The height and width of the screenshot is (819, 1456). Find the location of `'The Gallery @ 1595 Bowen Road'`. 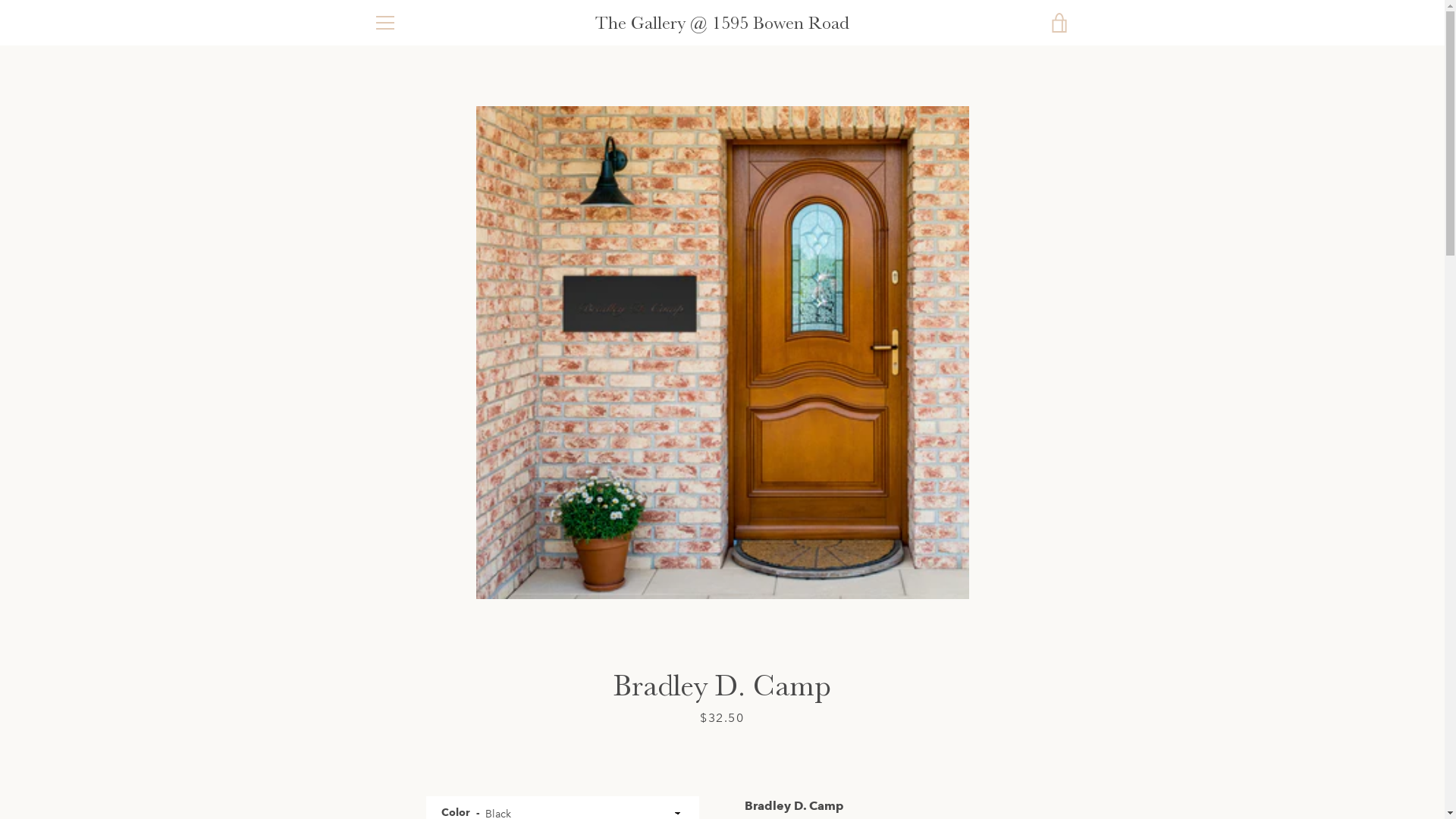

'The Gallery @ 1595 Bowen Road' is located at coordinates (691, 757).